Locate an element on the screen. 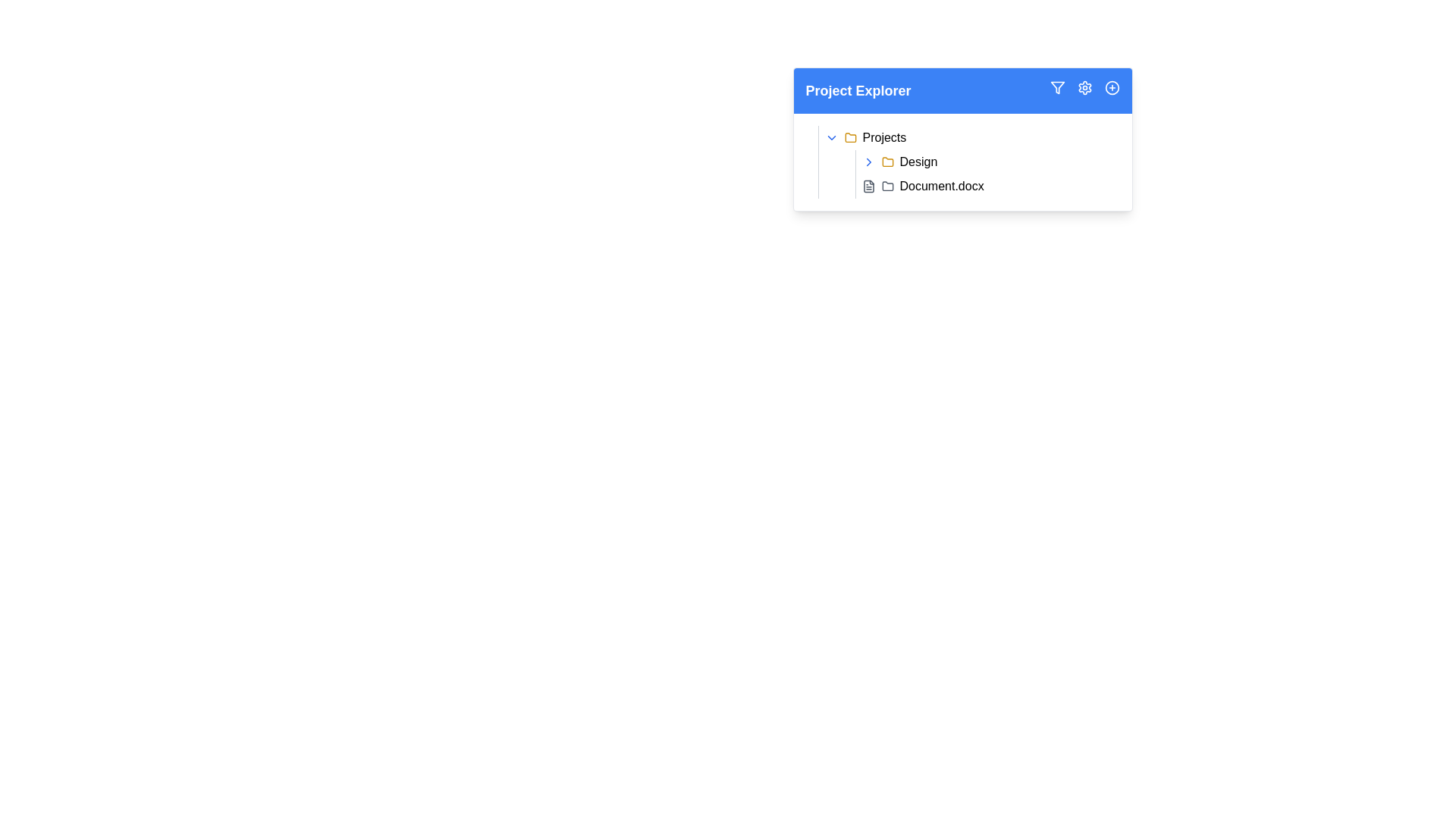 This screenshot has width=1456, height=819. the file in the Navigation pane is located at coordinates (962, 140).